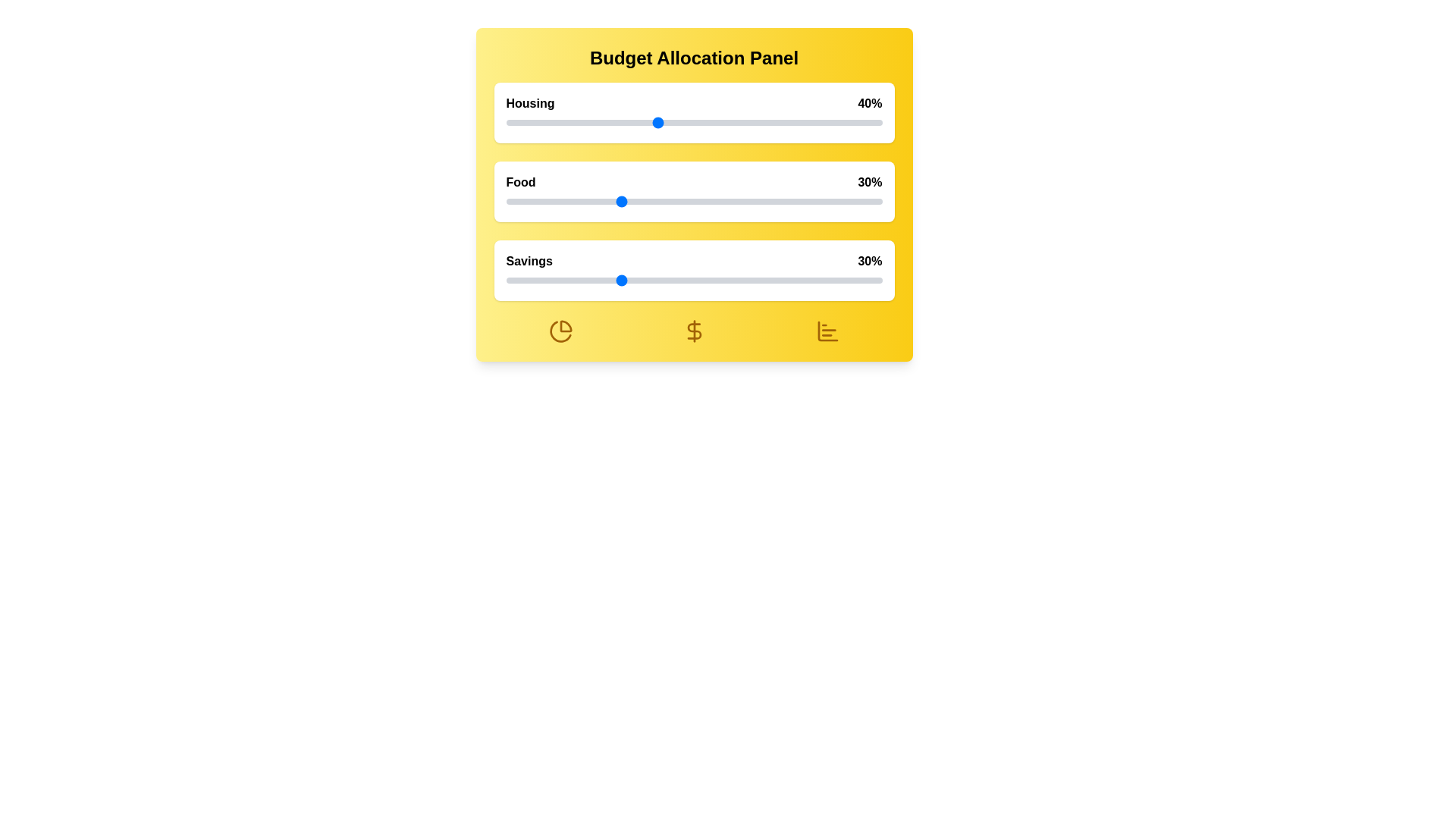 This screenshot has width=1456, height=819. Describe the element at coordinates (588, 201) in the screenshot. I see `the slider` at that location.